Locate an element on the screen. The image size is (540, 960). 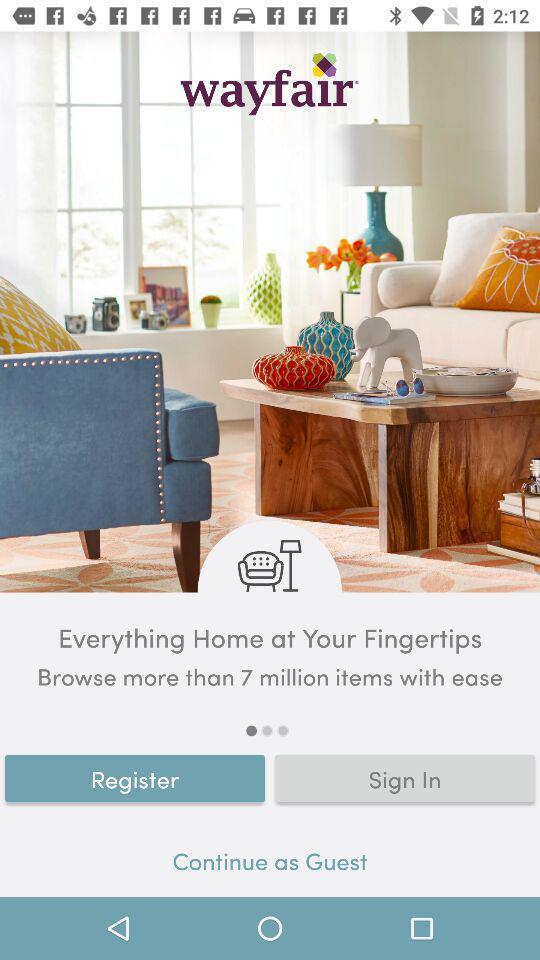
the sign in is located at coordinates (405, 777).